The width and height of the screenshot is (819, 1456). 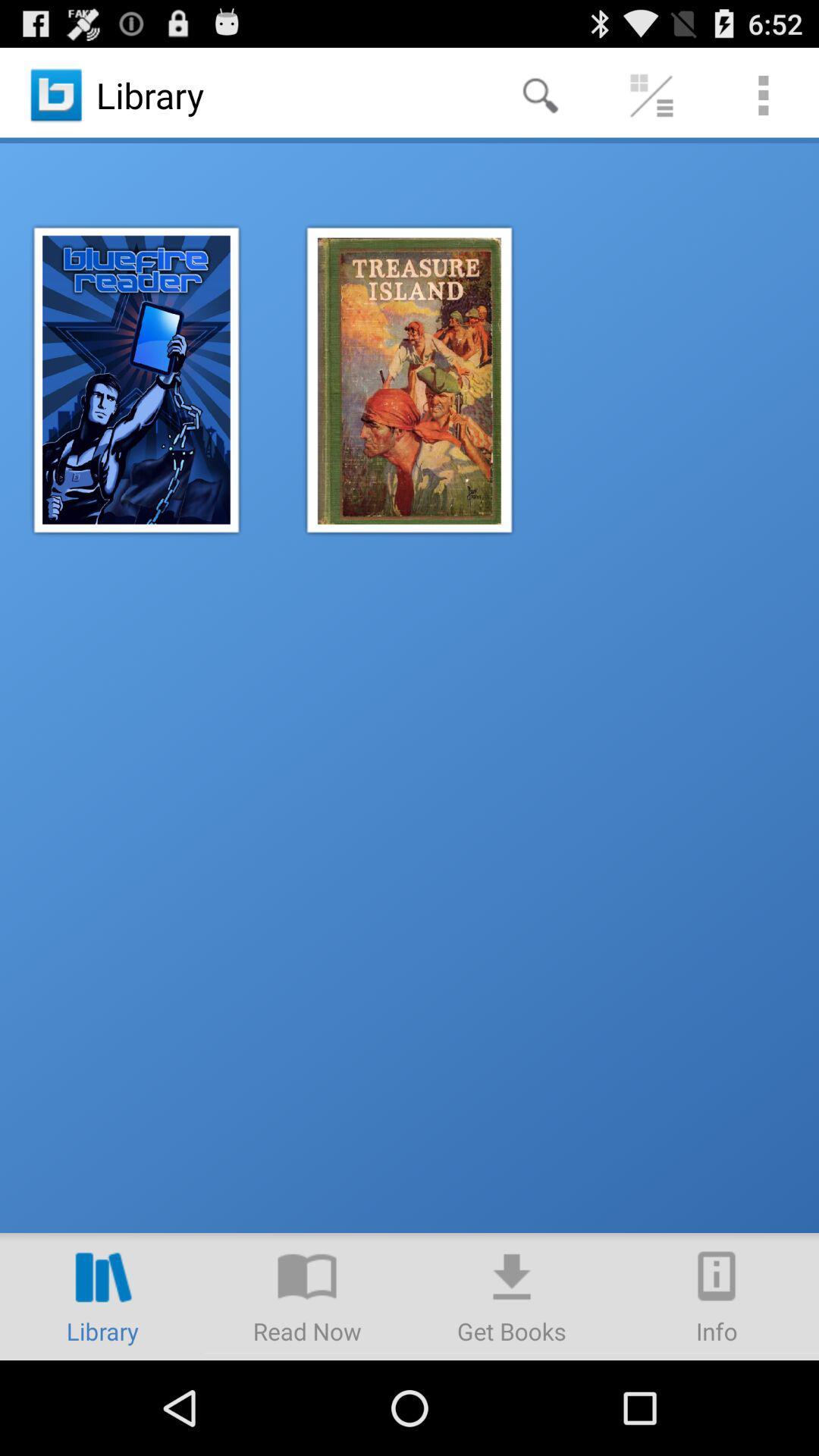 I want to click on icon at the bottom left corner, so click(x=102, y=1295).